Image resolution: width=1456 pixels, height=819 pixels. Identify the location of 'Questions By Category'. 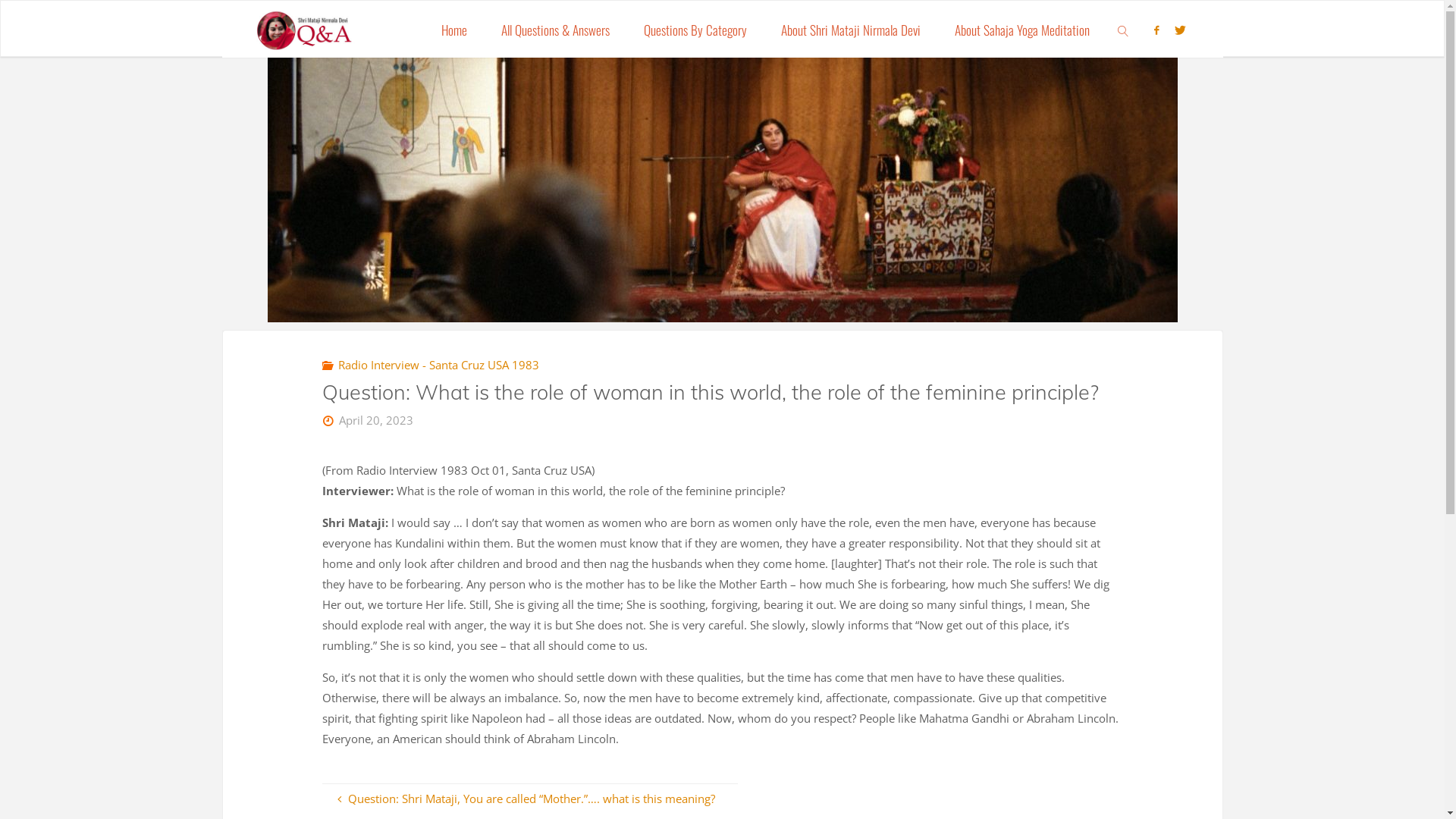
(626, 29).